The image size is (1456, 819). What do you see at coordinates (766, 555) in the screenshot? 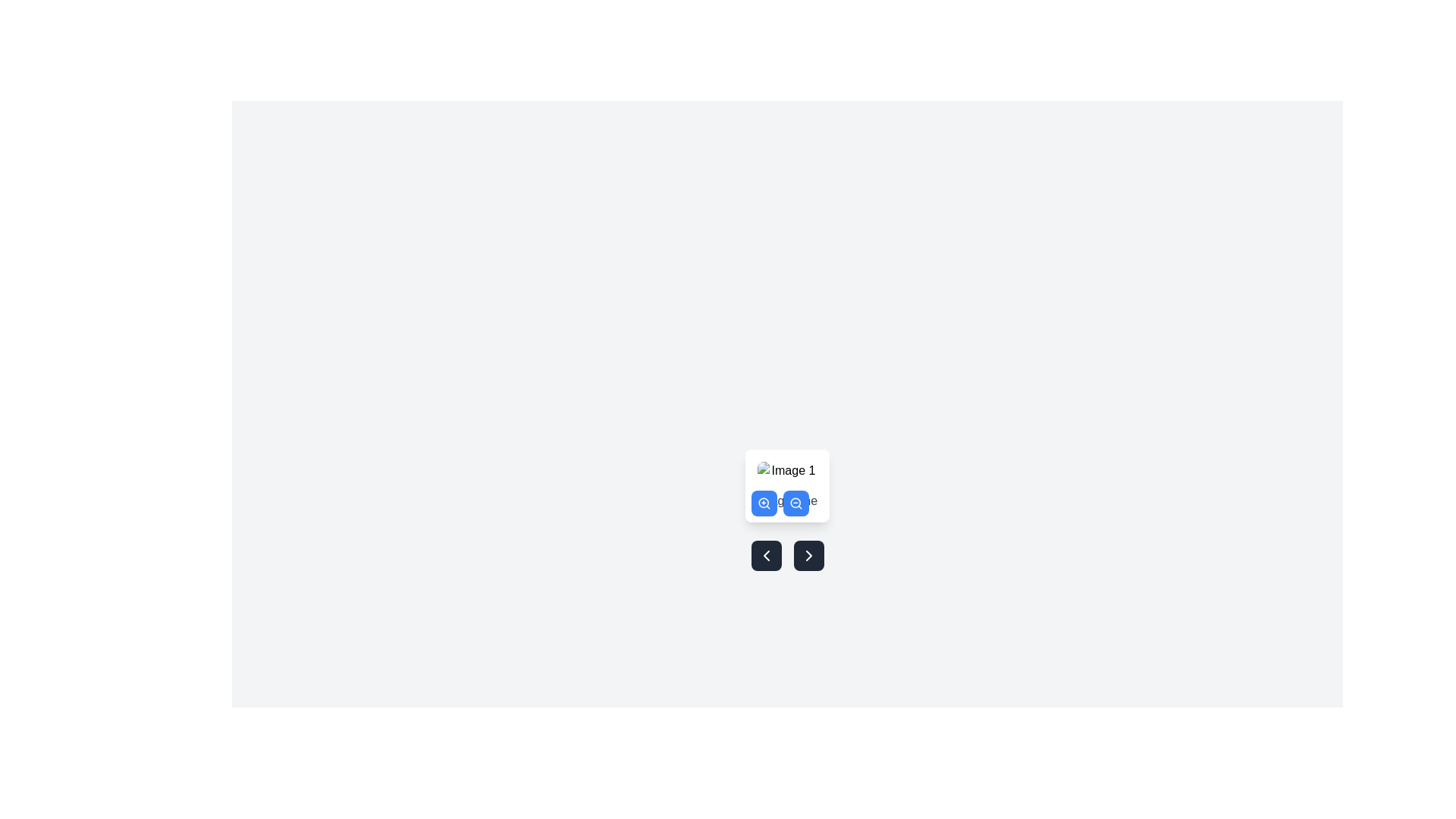
I see `the rectangular button with rounded corners, styled with a dark gray background and a white left-chevron icon, located on the left side below a central image preview` at bounding box center [766, 555].